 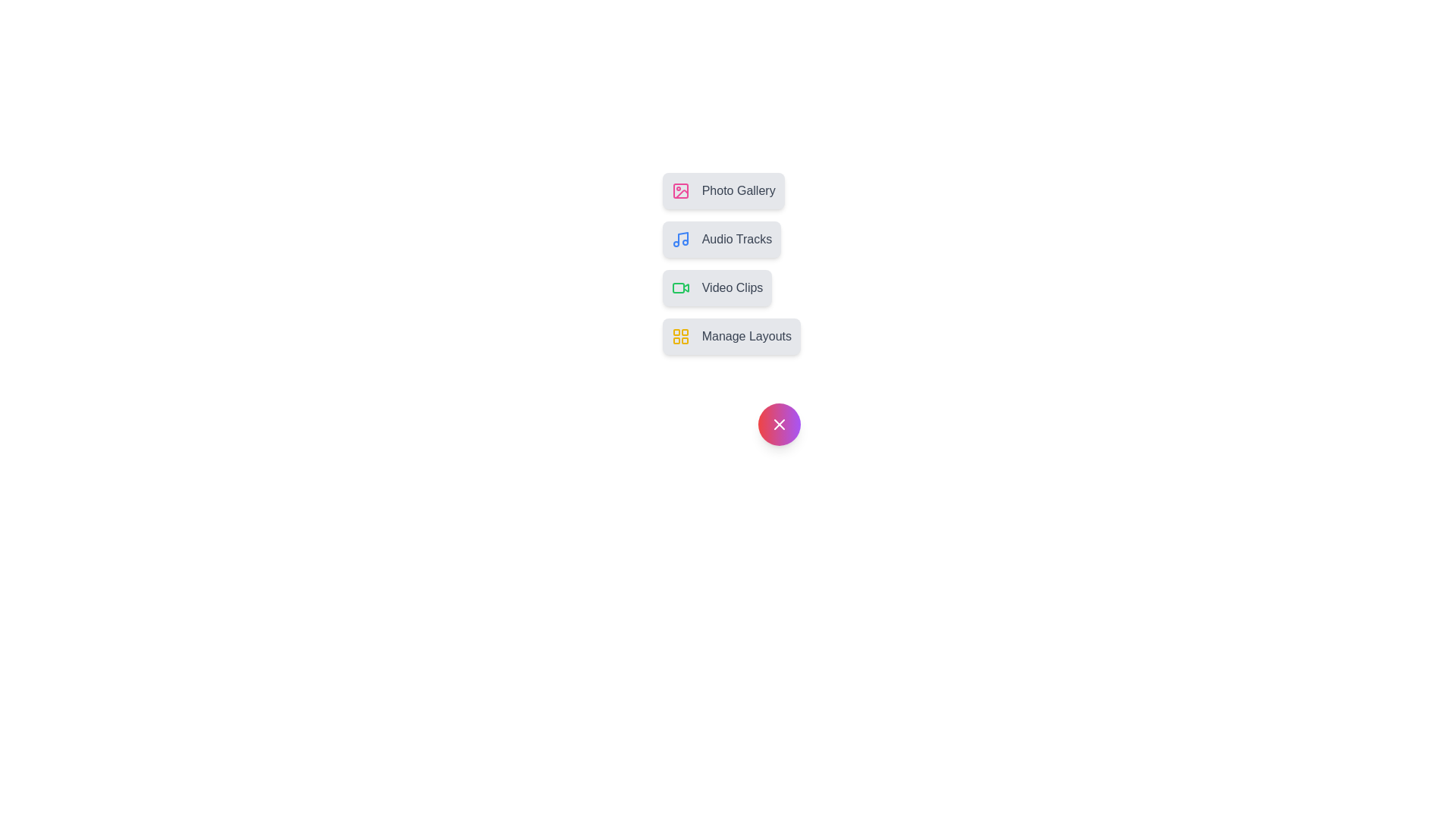 I want to click on the close or cancel icon located centrally within the circular button at the lower part of the interface, so click(x=779, y=424).